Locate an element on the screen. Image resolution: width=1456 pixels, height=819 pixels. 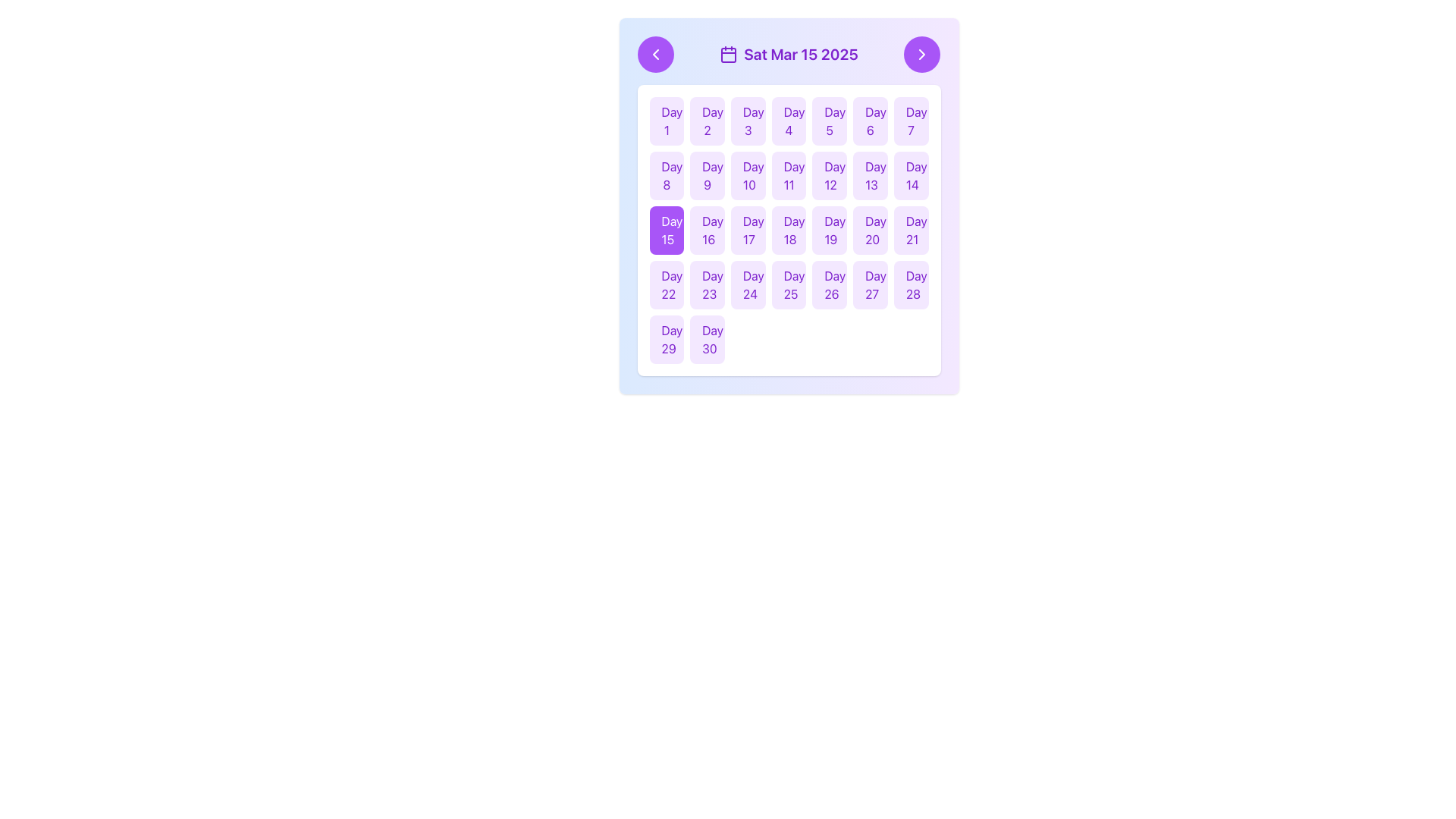
the rectangular button with rounded corners displaying 'Day 11' in a purple background, located in the second row of the calendar grid is located at coordinates (789, 174).